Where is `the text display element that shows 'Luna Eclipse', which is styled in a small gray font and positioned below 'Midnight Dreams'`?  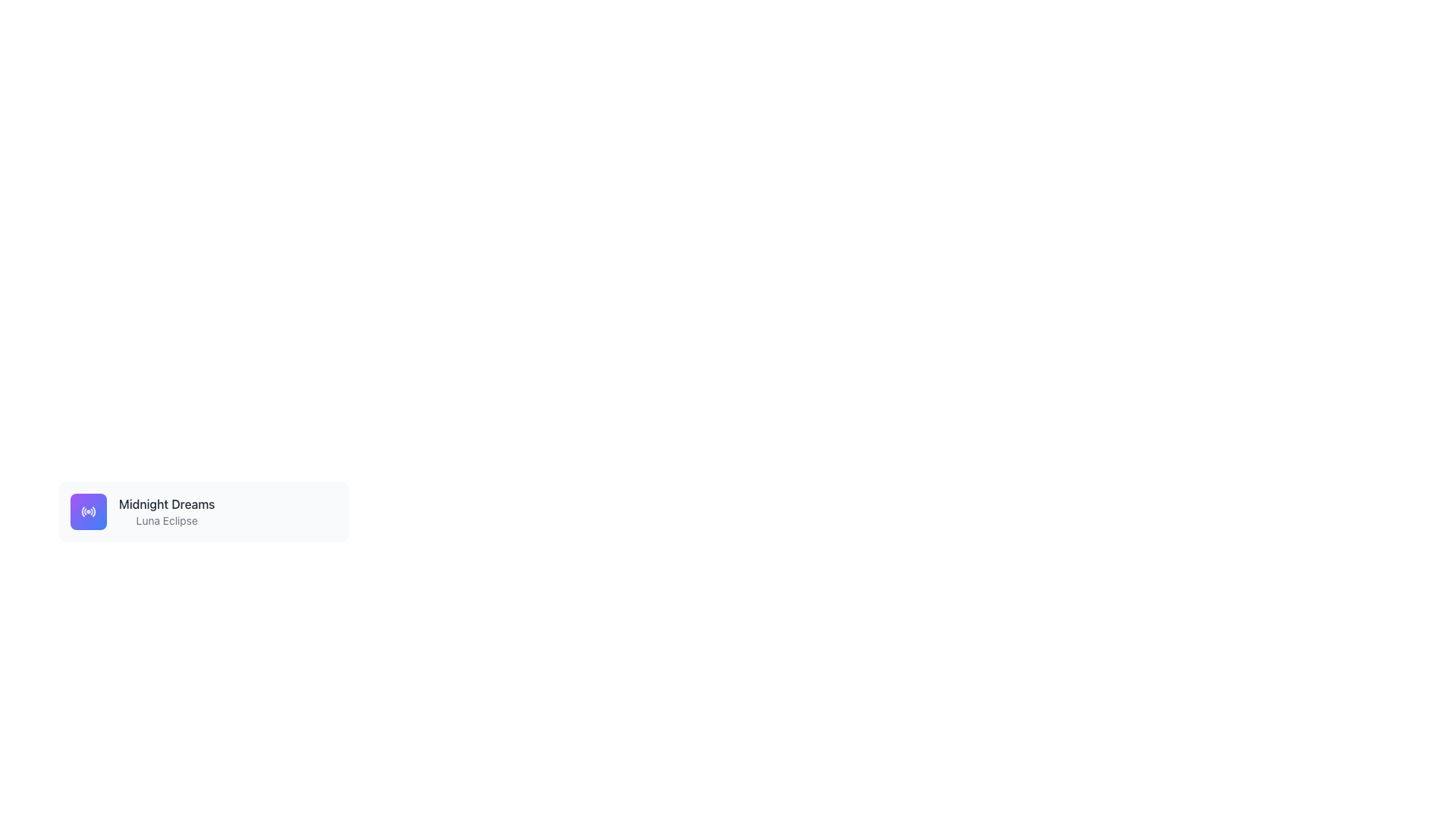 the text display element that shows 'Luna Eclipse', which is styled in a small gray font and positioned below 'Midnight Dreams' is located at coordinates (167, 519).